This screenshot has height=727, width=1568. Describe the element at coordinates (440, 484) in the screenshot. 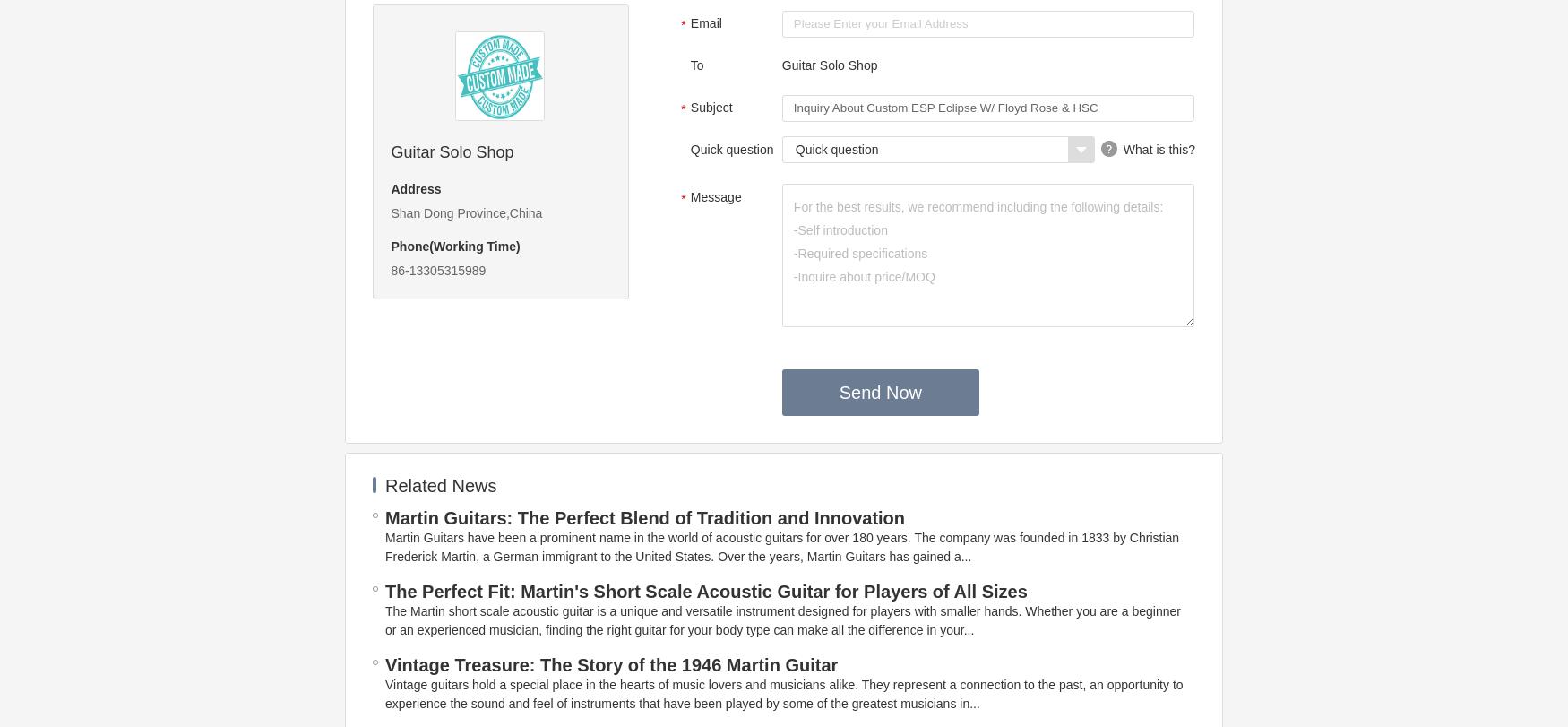

I see `'Related News'` at that location.